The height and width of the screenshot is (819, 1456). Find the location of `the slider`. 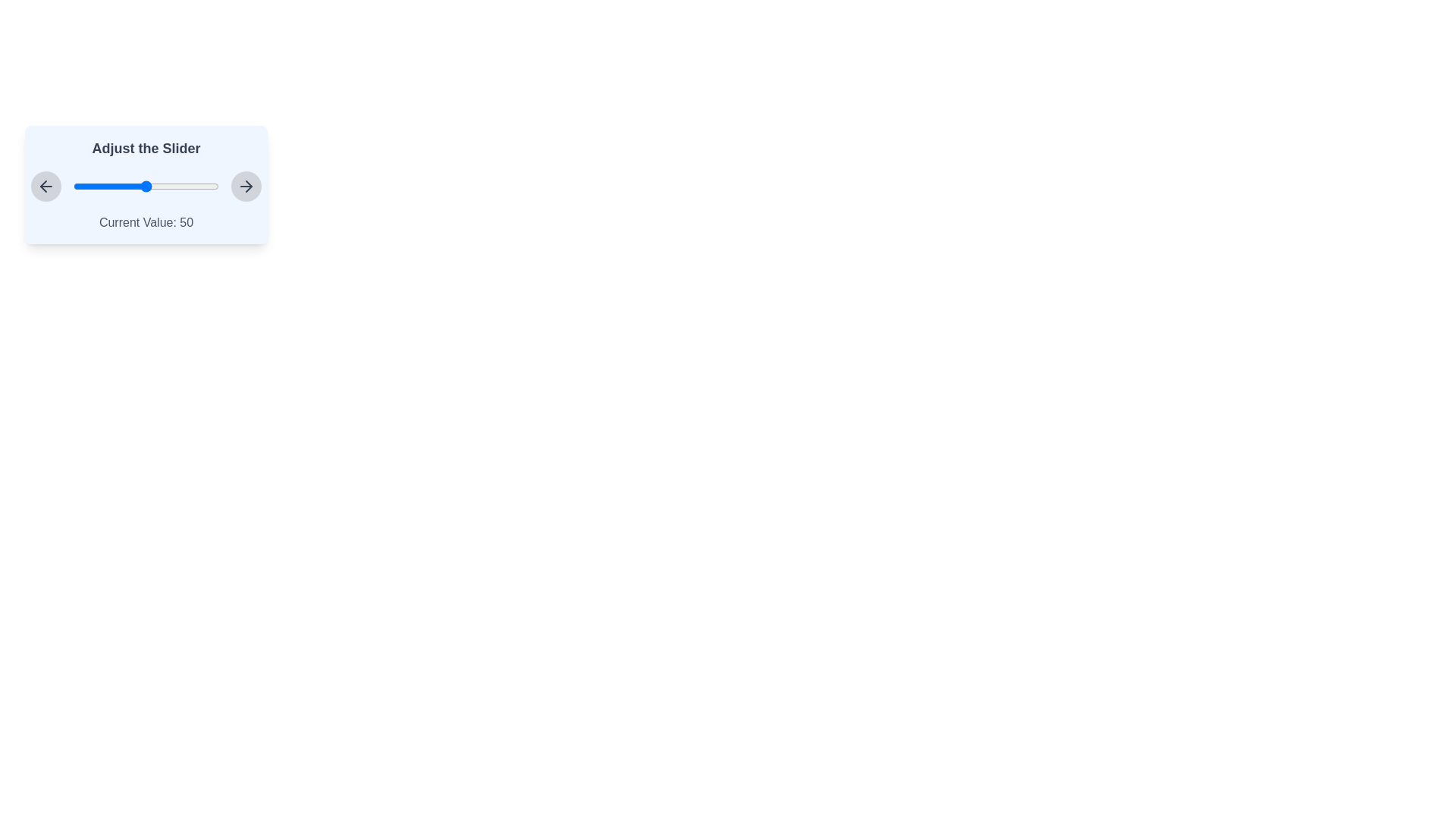

the slider is located at coordinates (134, 186).